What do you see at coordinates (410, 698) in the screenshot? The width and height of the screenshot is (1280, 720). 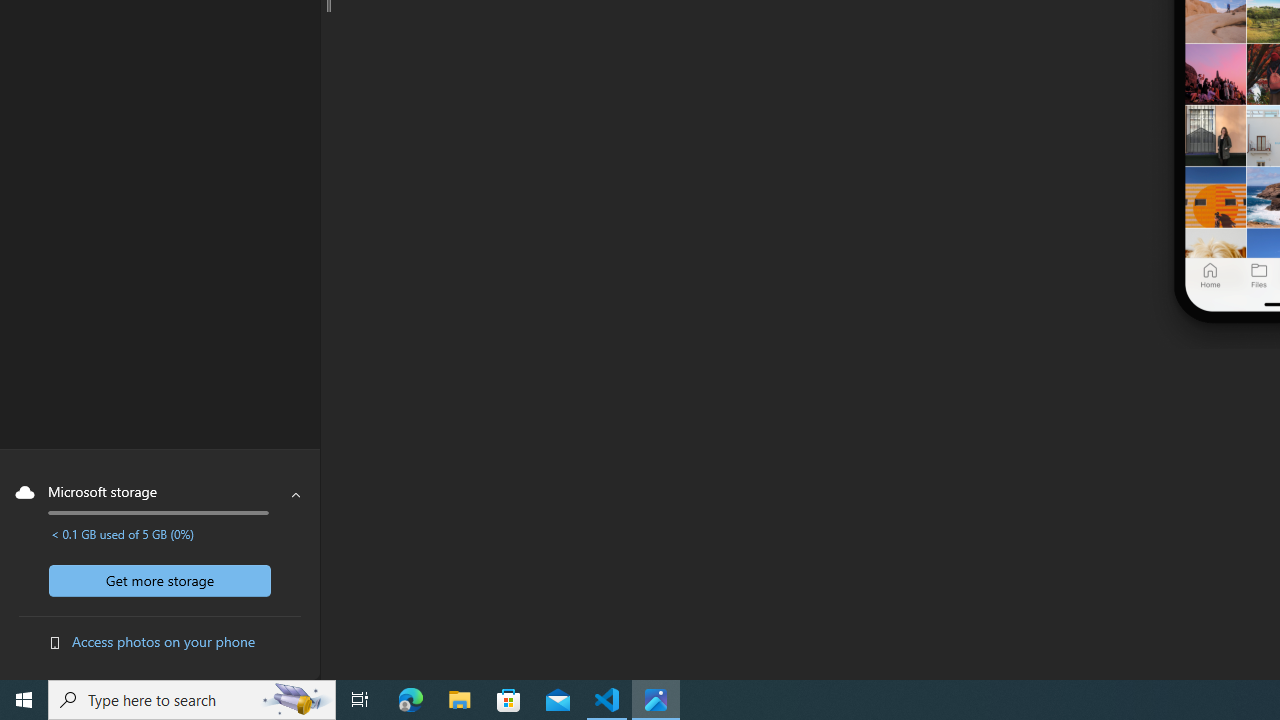 I see `'Microsoft Edge'` at bounding box center [410, 698].